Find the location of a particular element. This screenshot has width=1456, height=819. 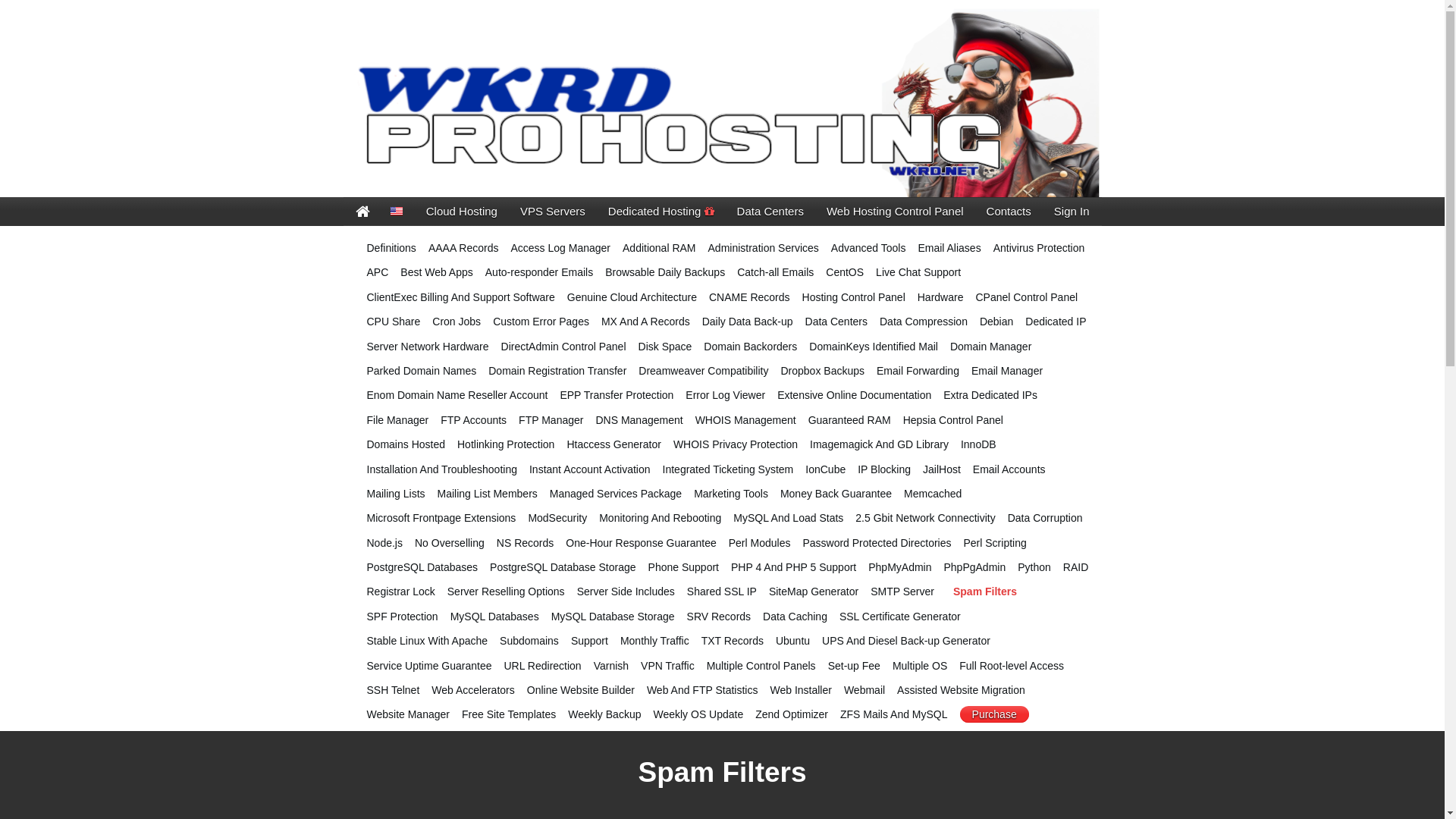

'PhpPgAdmin' is located at coordinates (942, 567).